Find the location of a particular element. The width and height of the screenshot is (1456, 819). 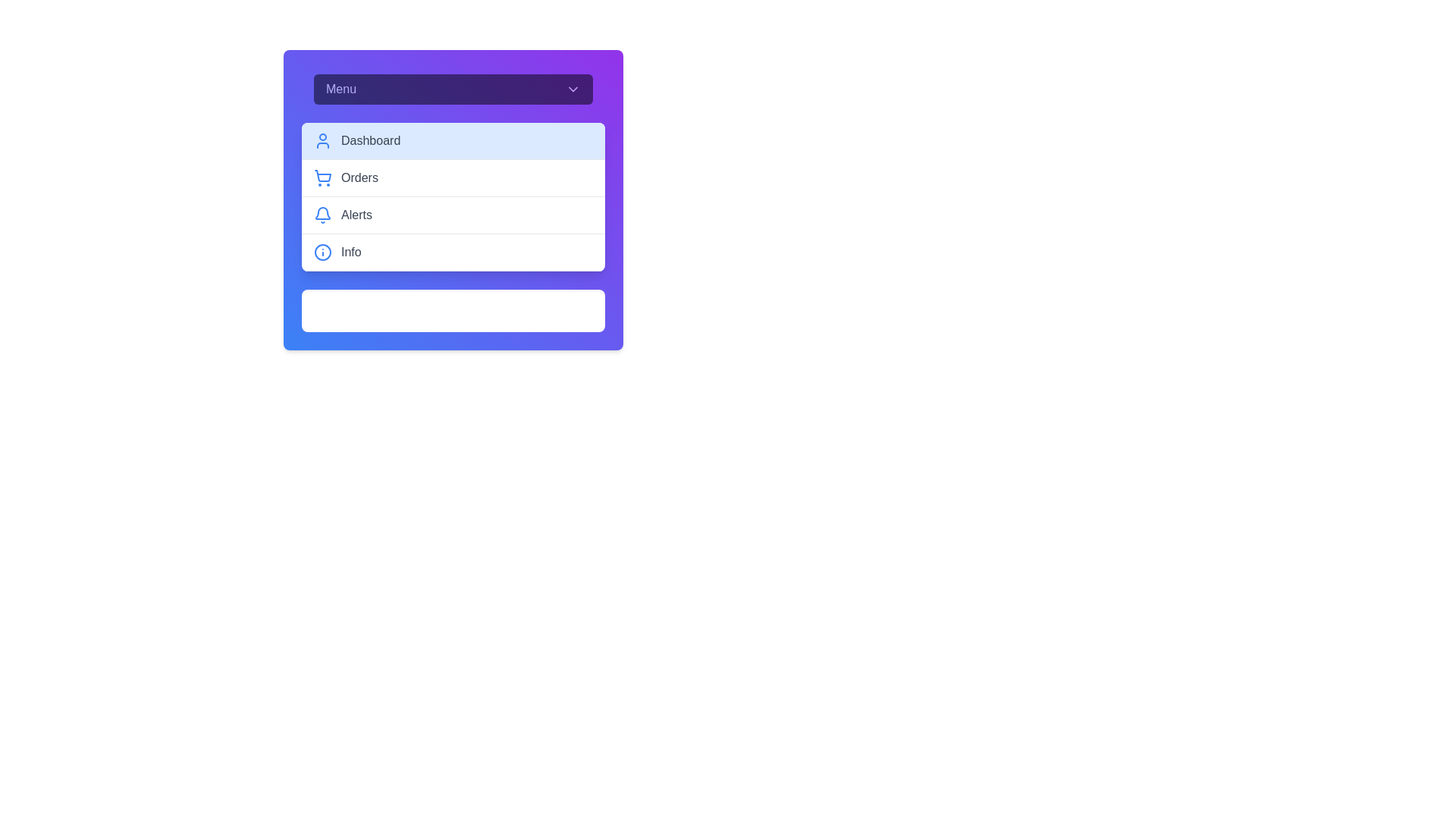

the shopping cart icon located at the leftmost part of the 'Orders' menu item in the vertical menu structure is located at coordinates (322, 177).